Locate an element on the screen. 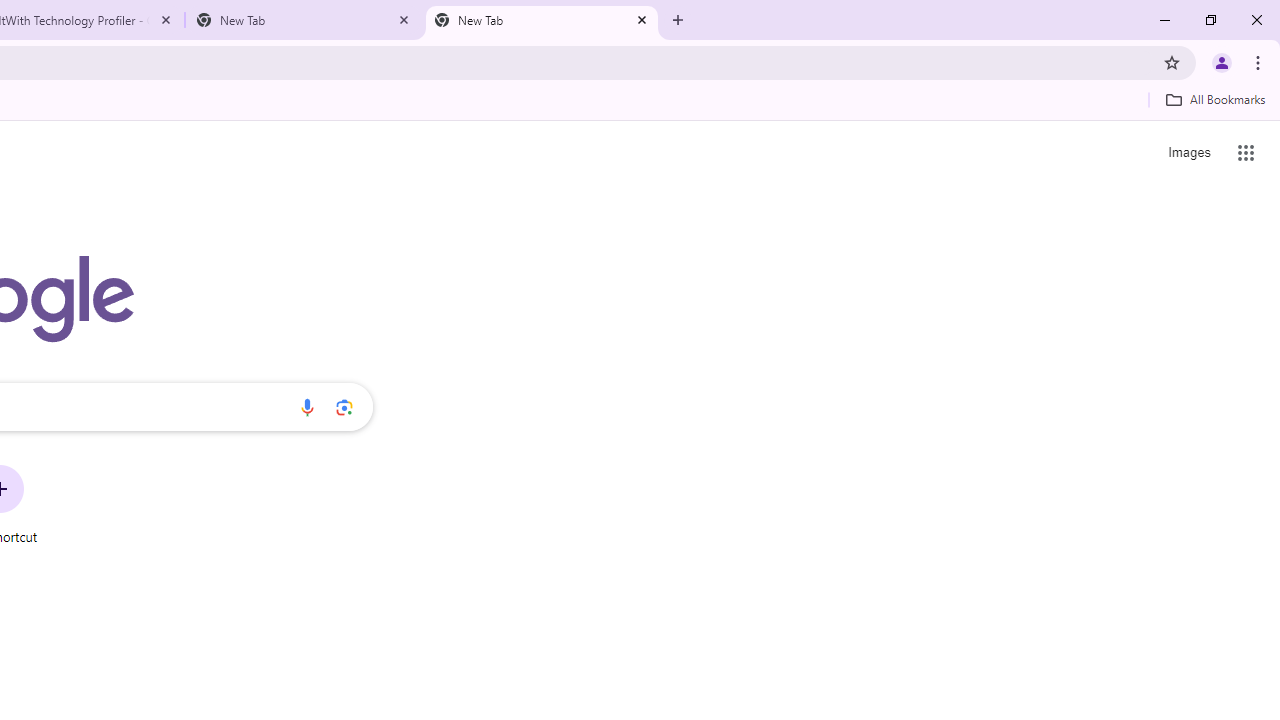  'Search by image' is located at coordinates (344, 406).